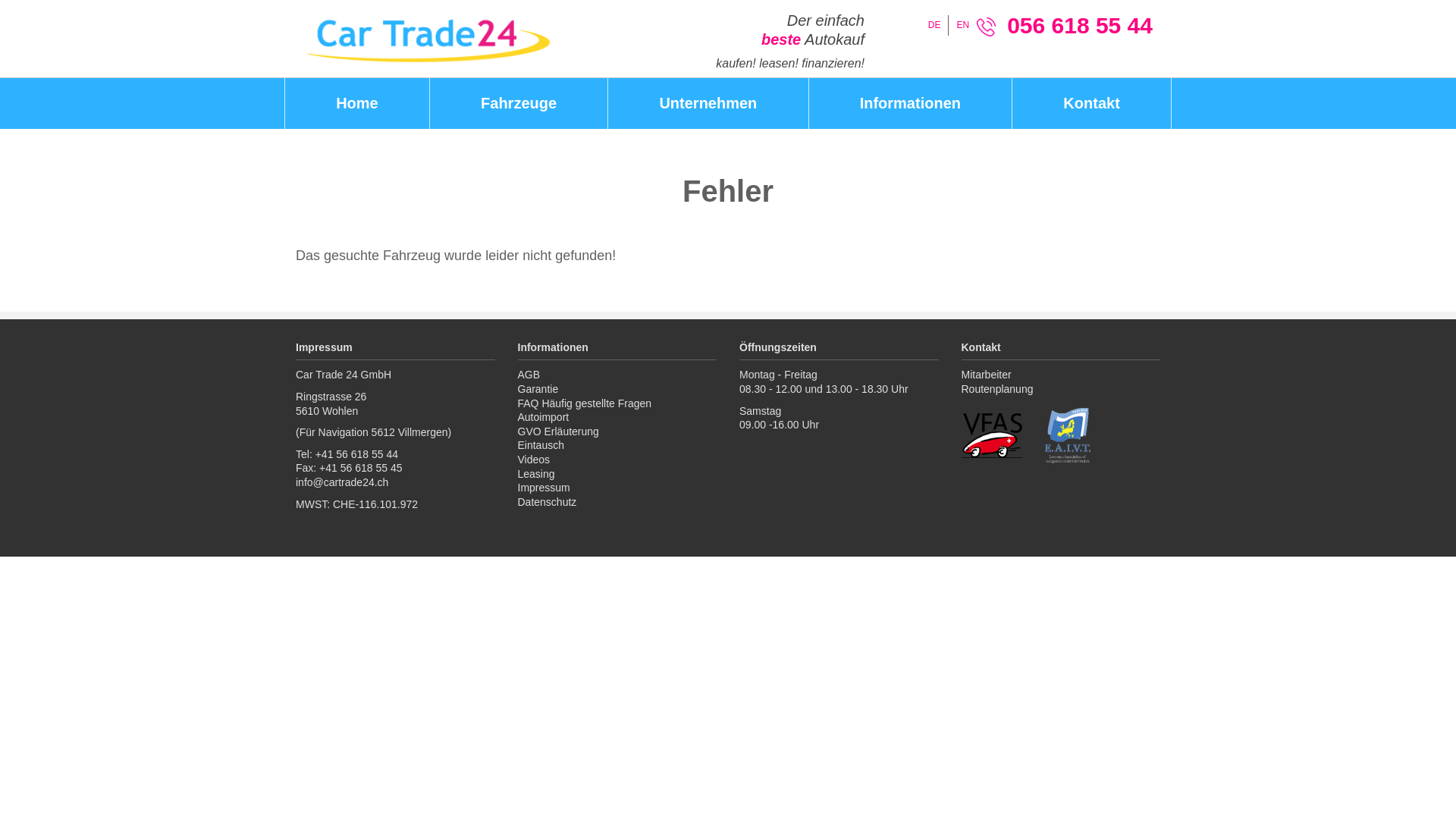 The image size is (1456, 819). What do you see at coordinates (1060, 388) in the screenshot?
I see `'Routenplanung'` at bounding box center [1060, 388].